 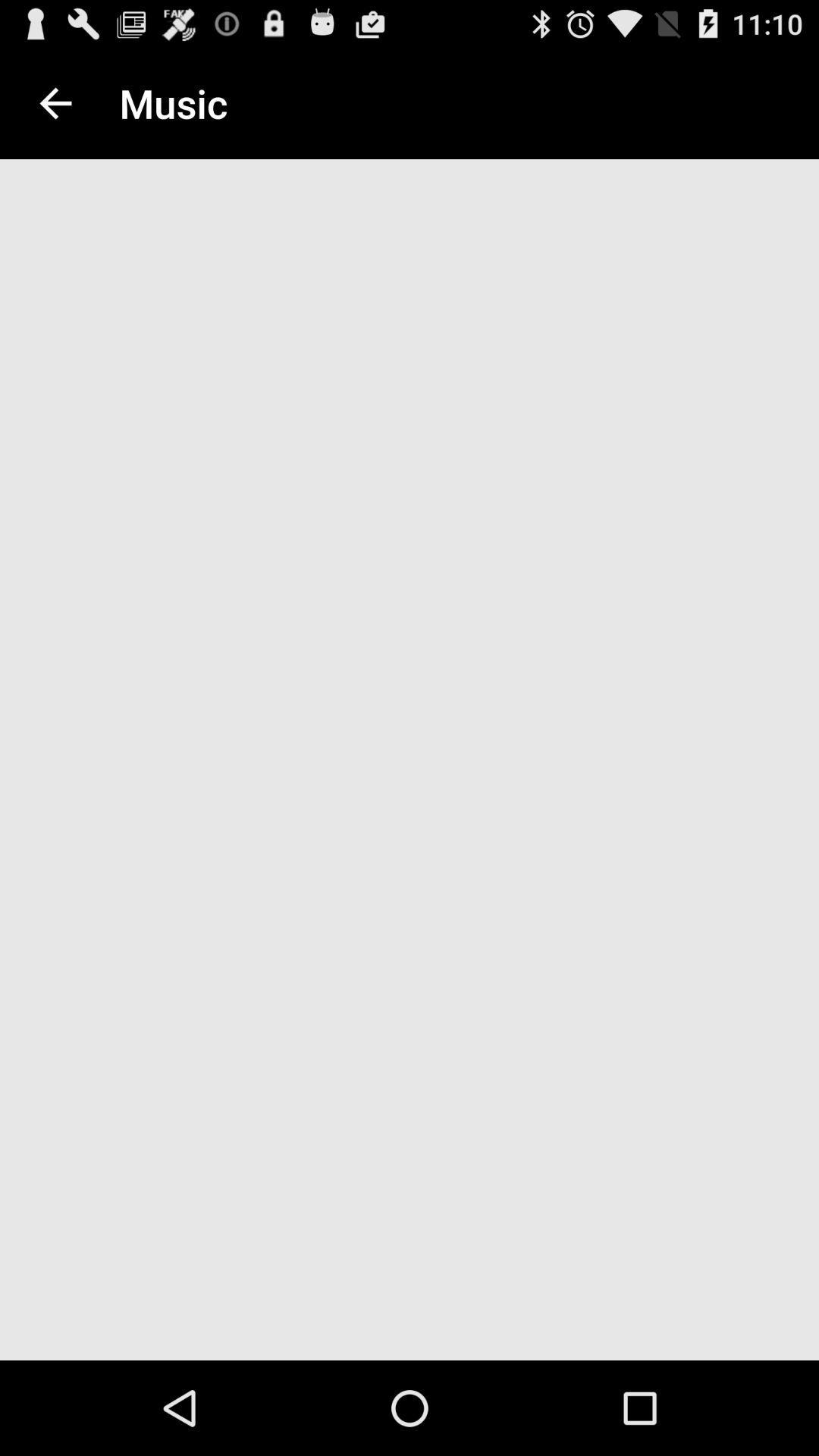 I want to click on icon next to the music app, so click(x=55, y=102).